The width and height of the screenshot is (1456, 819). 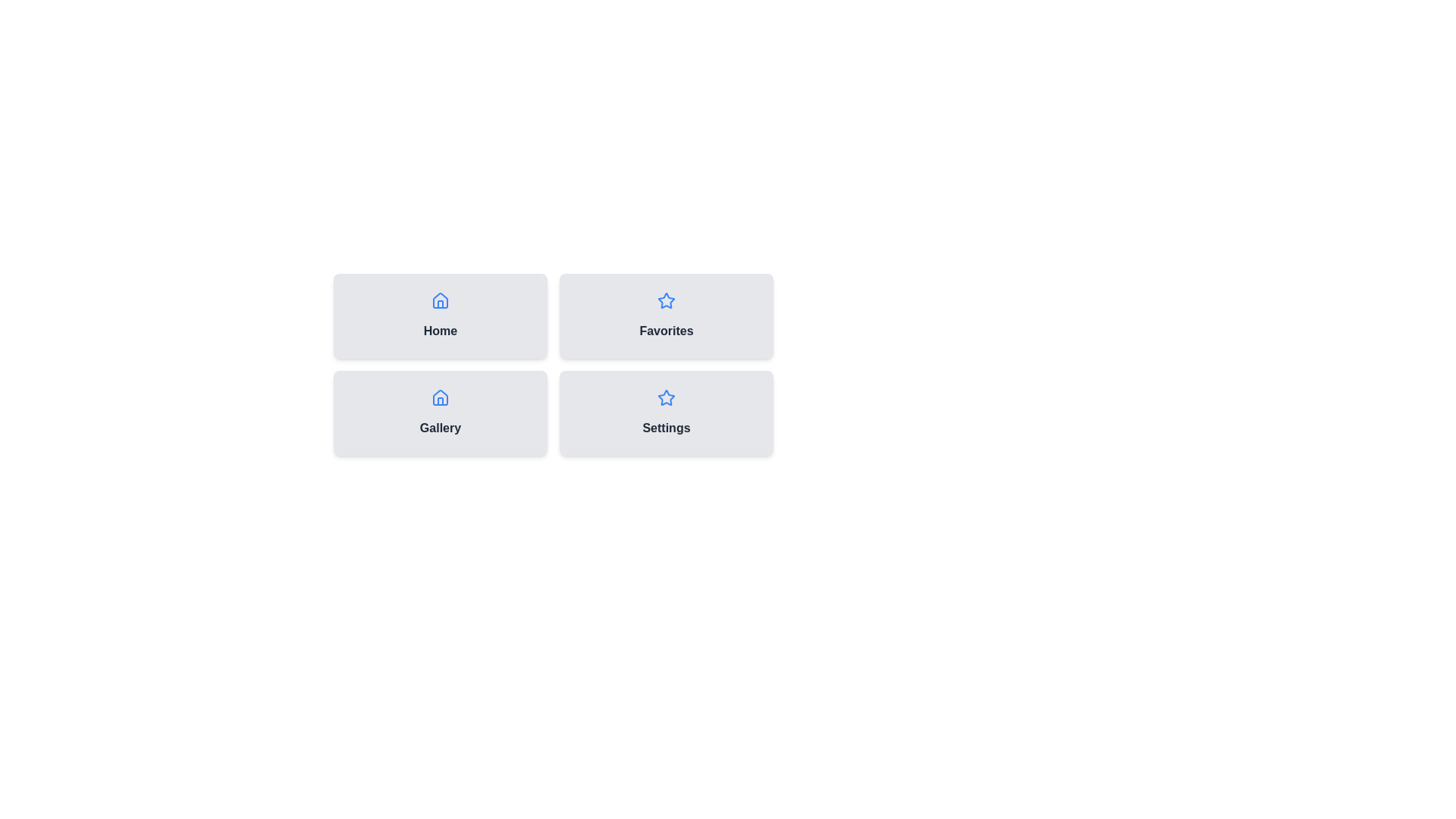 I want to click on the star icon representing 'Favorites' located in the top-right region of the Favorites card, so click(x=666, y=301).